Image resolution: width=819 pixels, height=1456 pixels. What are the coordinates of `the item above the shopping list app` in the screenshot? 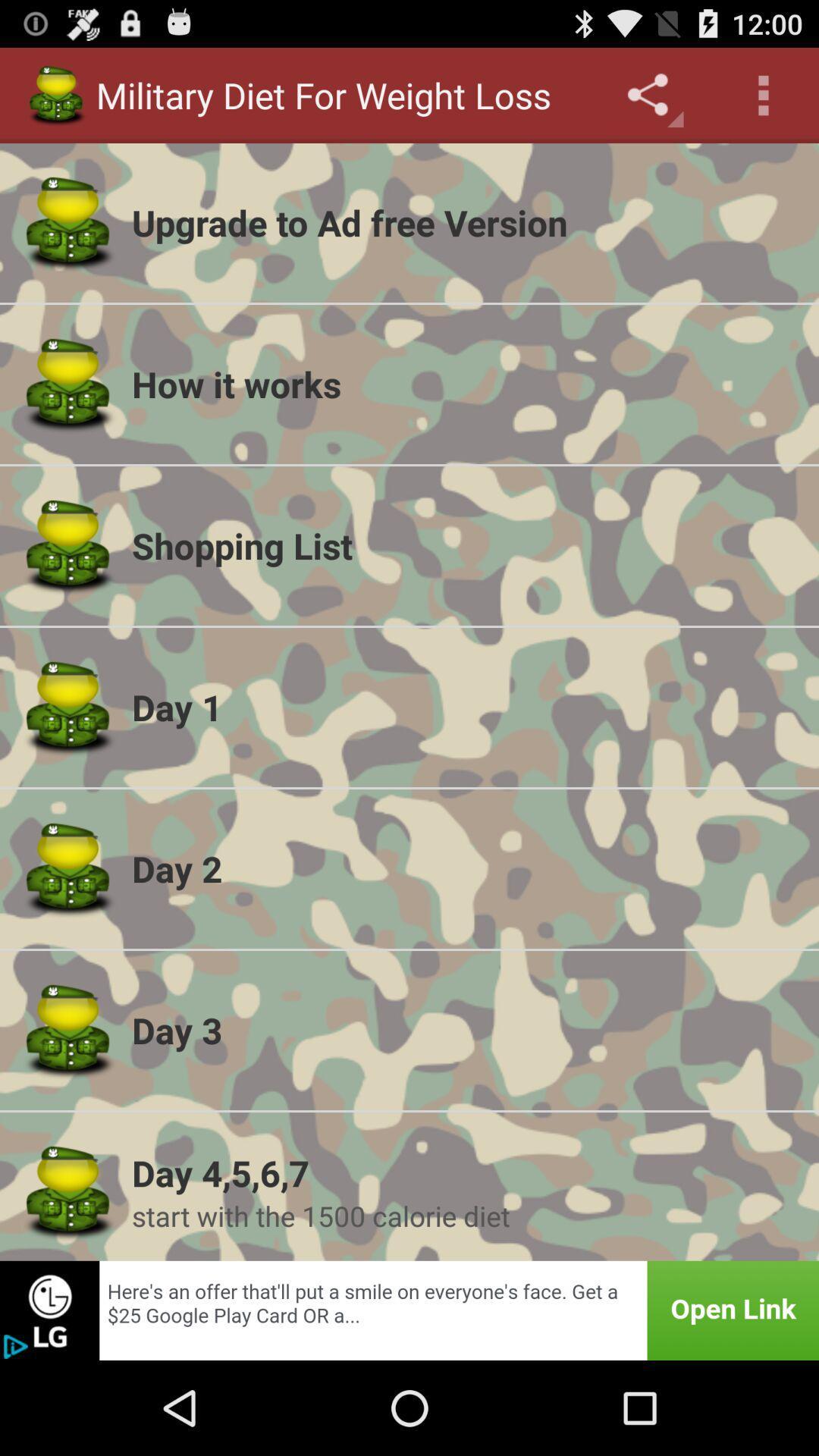 It's located at (465, 384).